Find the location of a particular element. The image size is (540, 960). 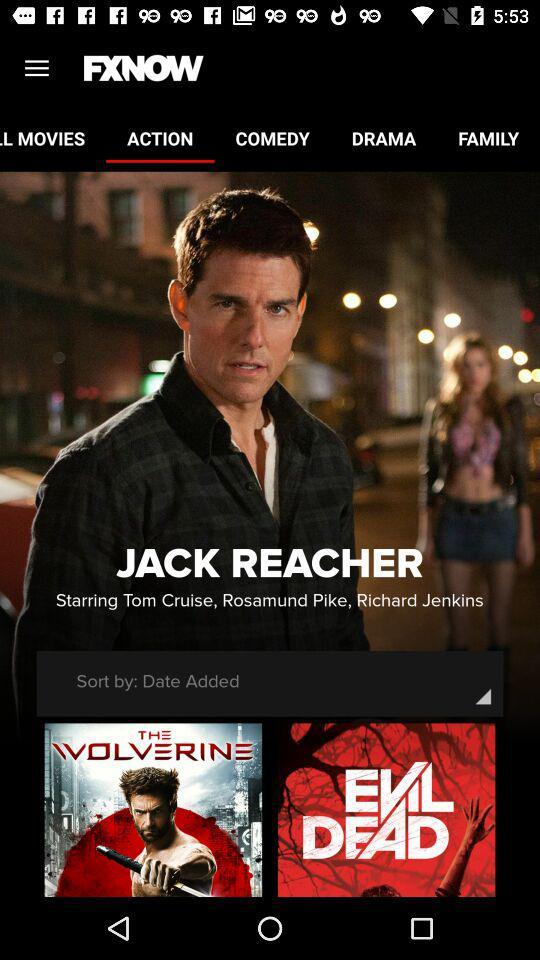

icon above the starring tom cruise is located at coordinates (270, 564).